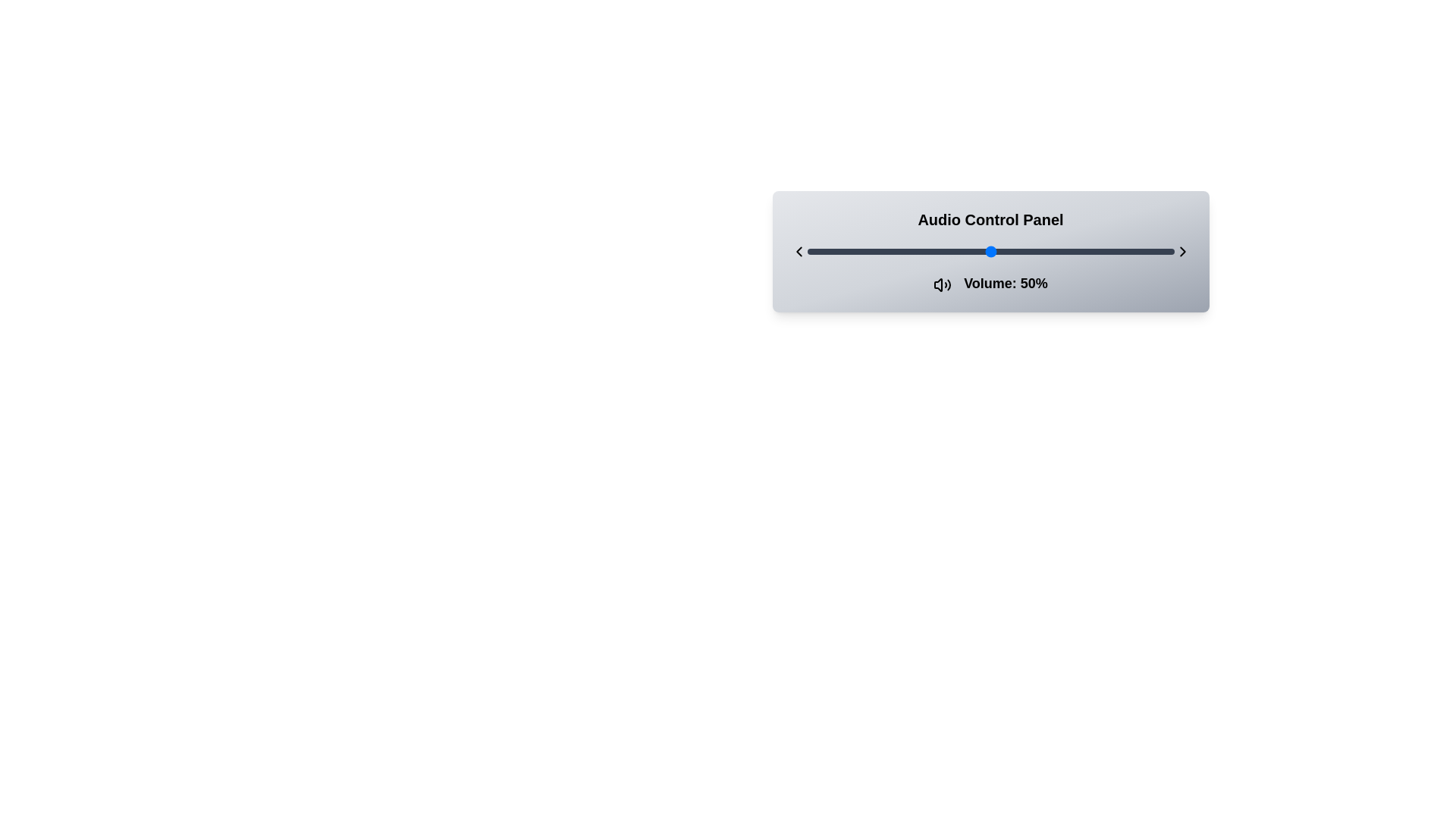 This screenshot has height=819, width=1456. Describe the element at coordinates (1041, 250) in the screenshot. I see `the volume` at that location.